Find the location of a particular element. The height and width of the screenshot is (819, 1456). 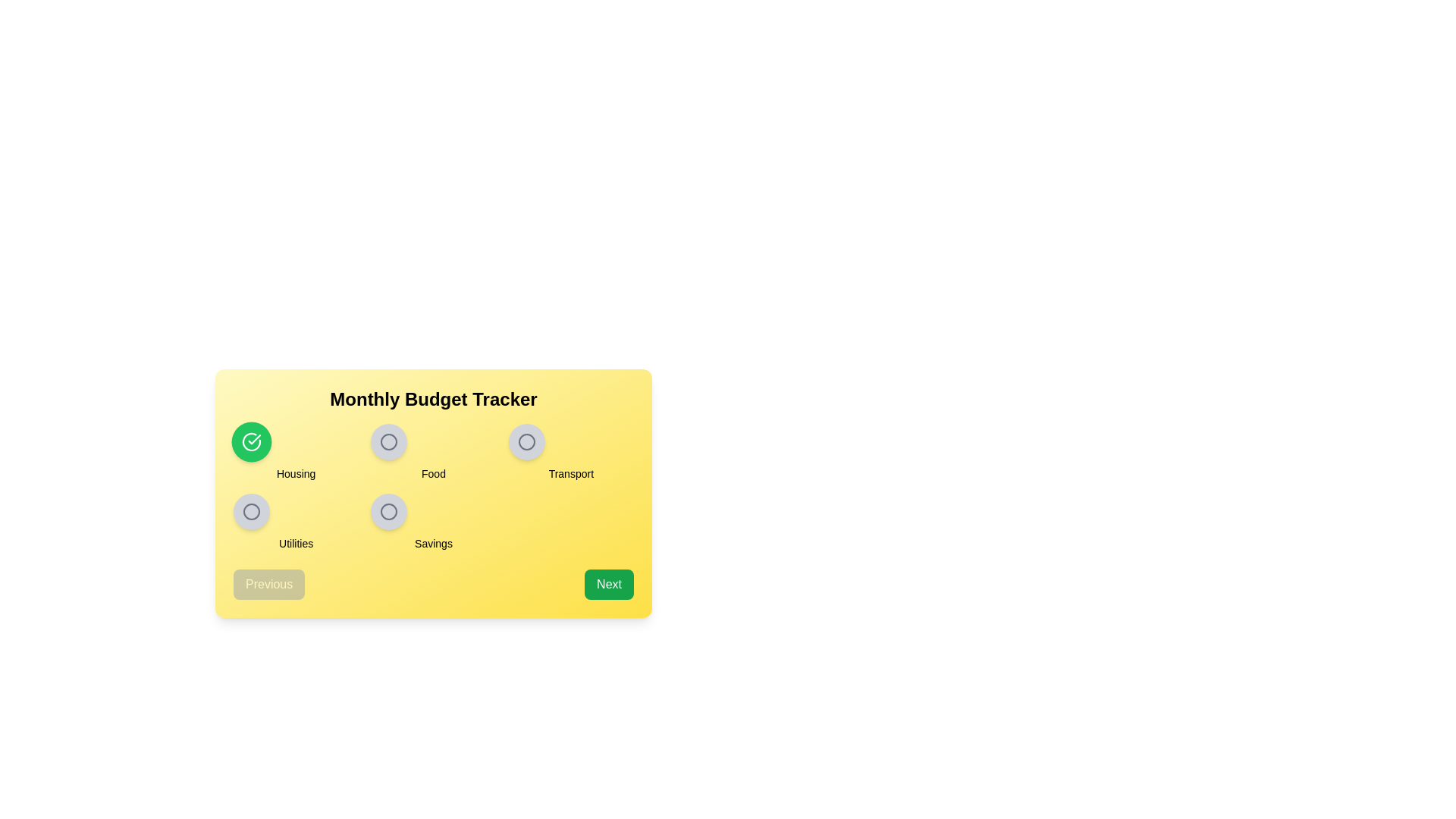

the circular selection indicator button for the 'Savings' category in the budget tracker is located at coordinates (389, 512).